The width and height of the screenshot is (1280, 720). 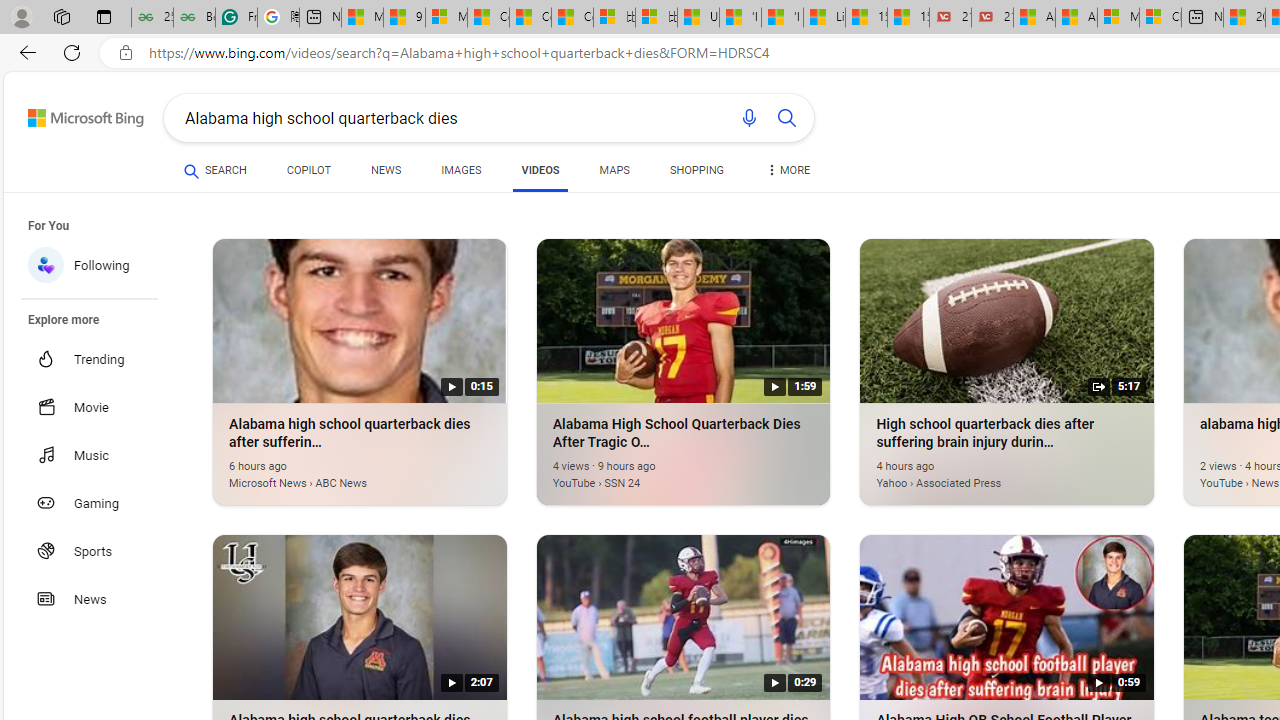 I want to click on 'SEARCH', so click(x=215, y=170).